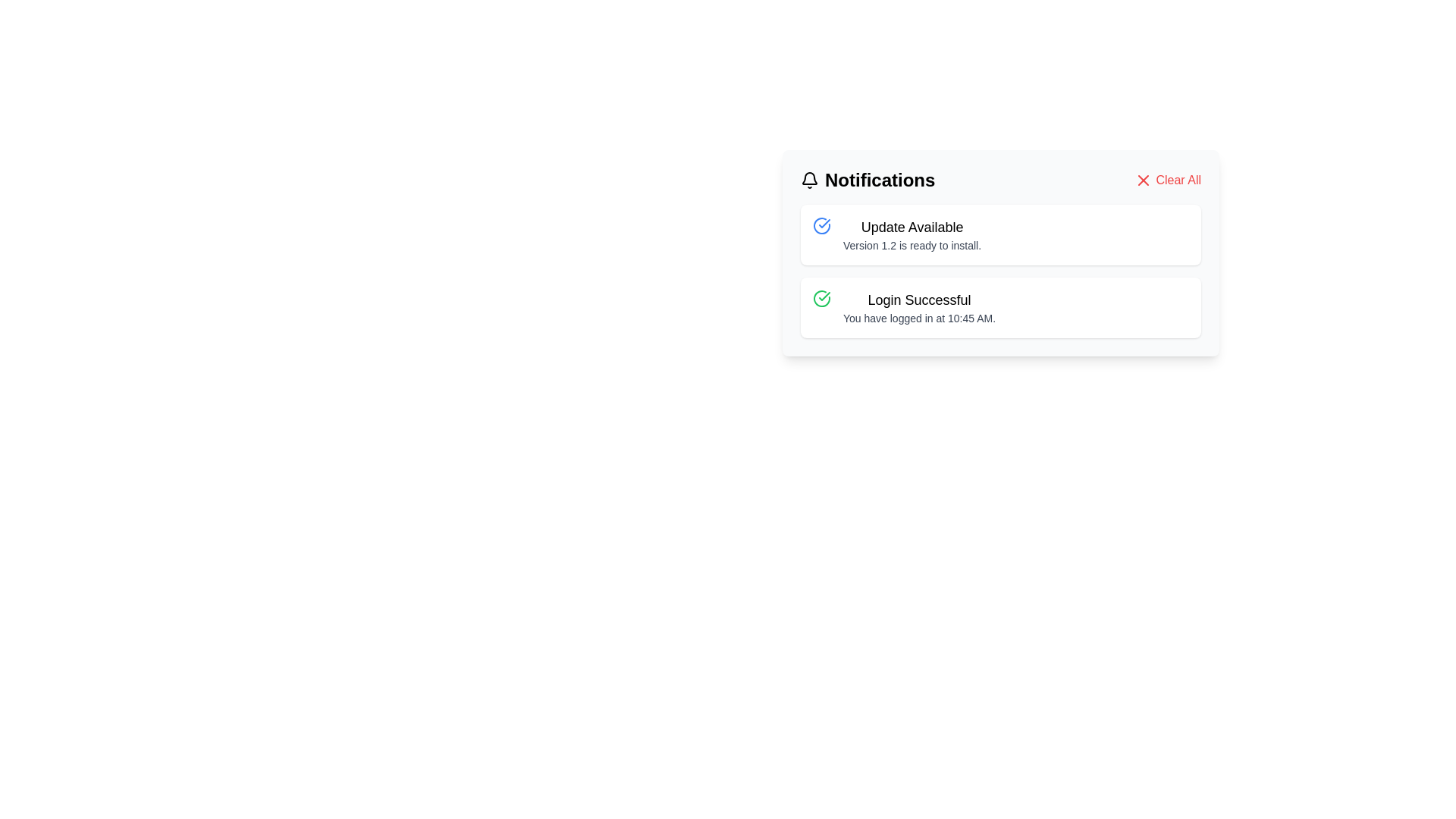 The height and width of the screenshot is (819, 1456). What do you see at coordinates (912, 245) in the screenshot?
I see `the static text displaying 'Version 1.2 is ready to install.' located under the title 'Update Available' within the notification bubble` at bounding box center [912, 245].